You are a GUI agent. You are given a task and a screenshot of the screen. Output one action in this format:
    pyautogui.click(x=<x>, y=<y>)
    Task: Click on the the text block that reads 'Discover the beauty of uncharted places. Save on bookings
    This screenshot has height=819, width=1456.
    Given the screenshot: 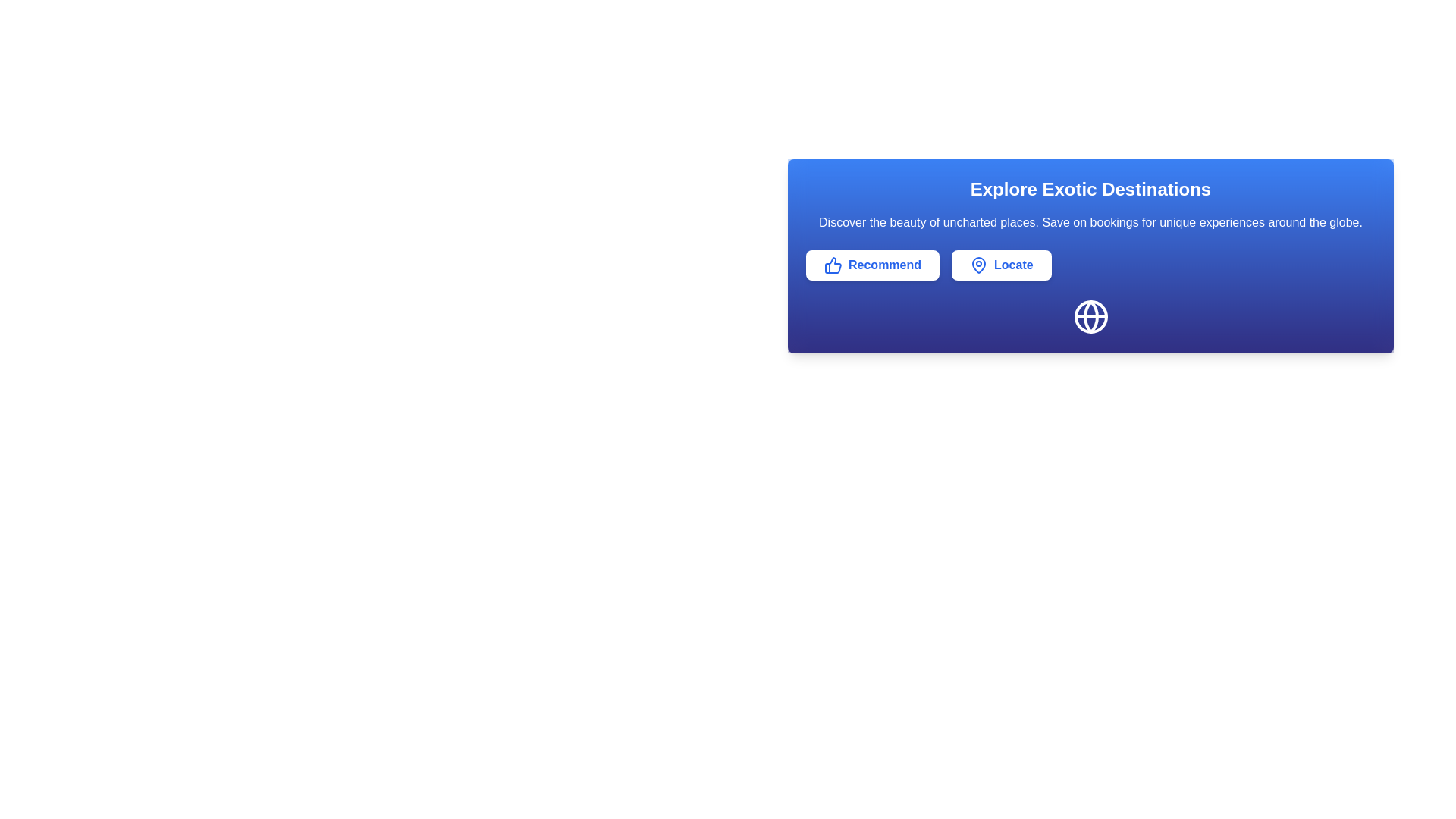 What is the action you would take?
    pyautogui.click(x=1090, y=222)
    